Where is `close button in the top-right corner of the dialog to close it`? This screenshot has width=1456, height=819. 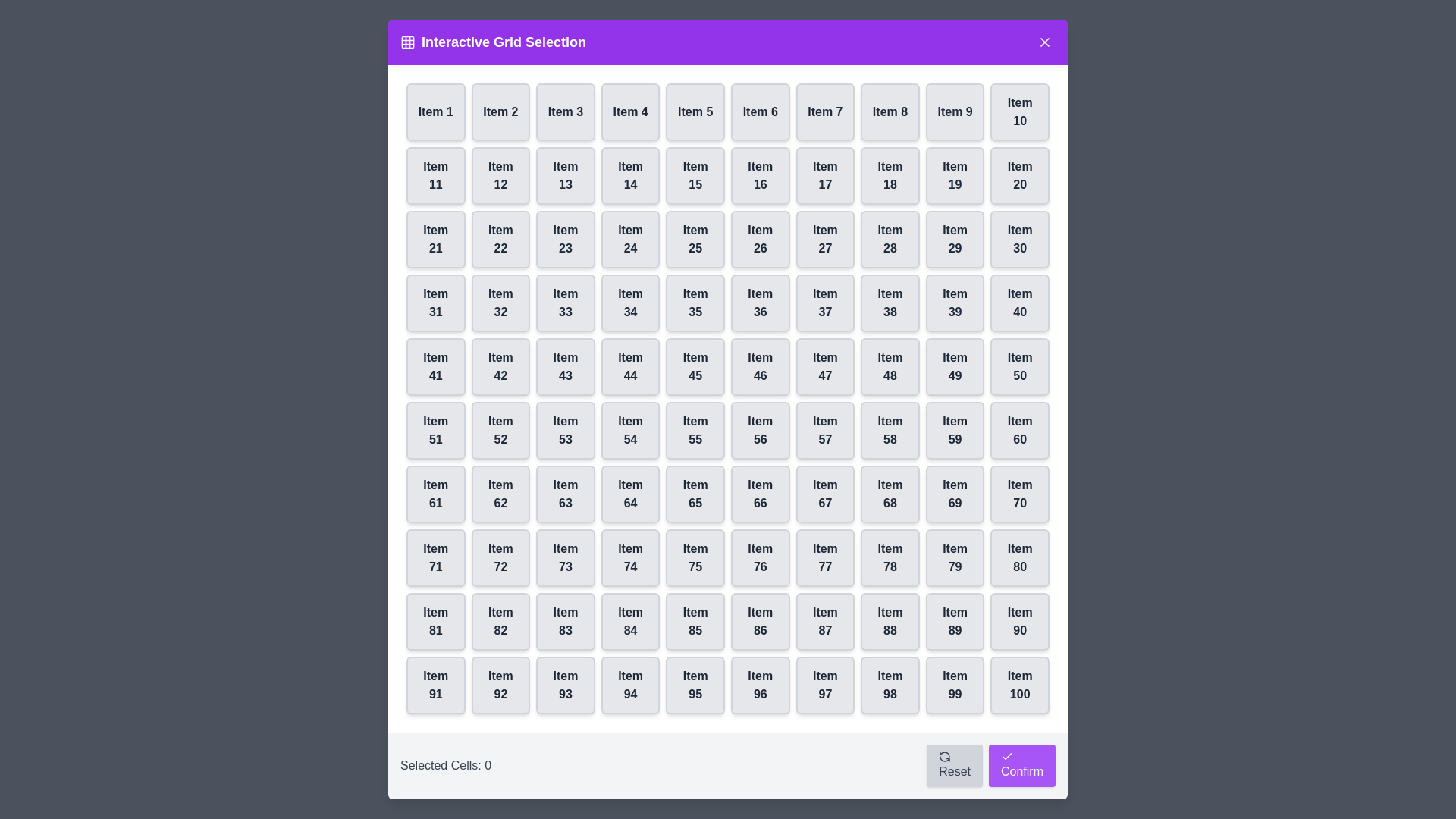 close button in the top-right corner of the dialog to close it is located at coordinates (1043, 42).